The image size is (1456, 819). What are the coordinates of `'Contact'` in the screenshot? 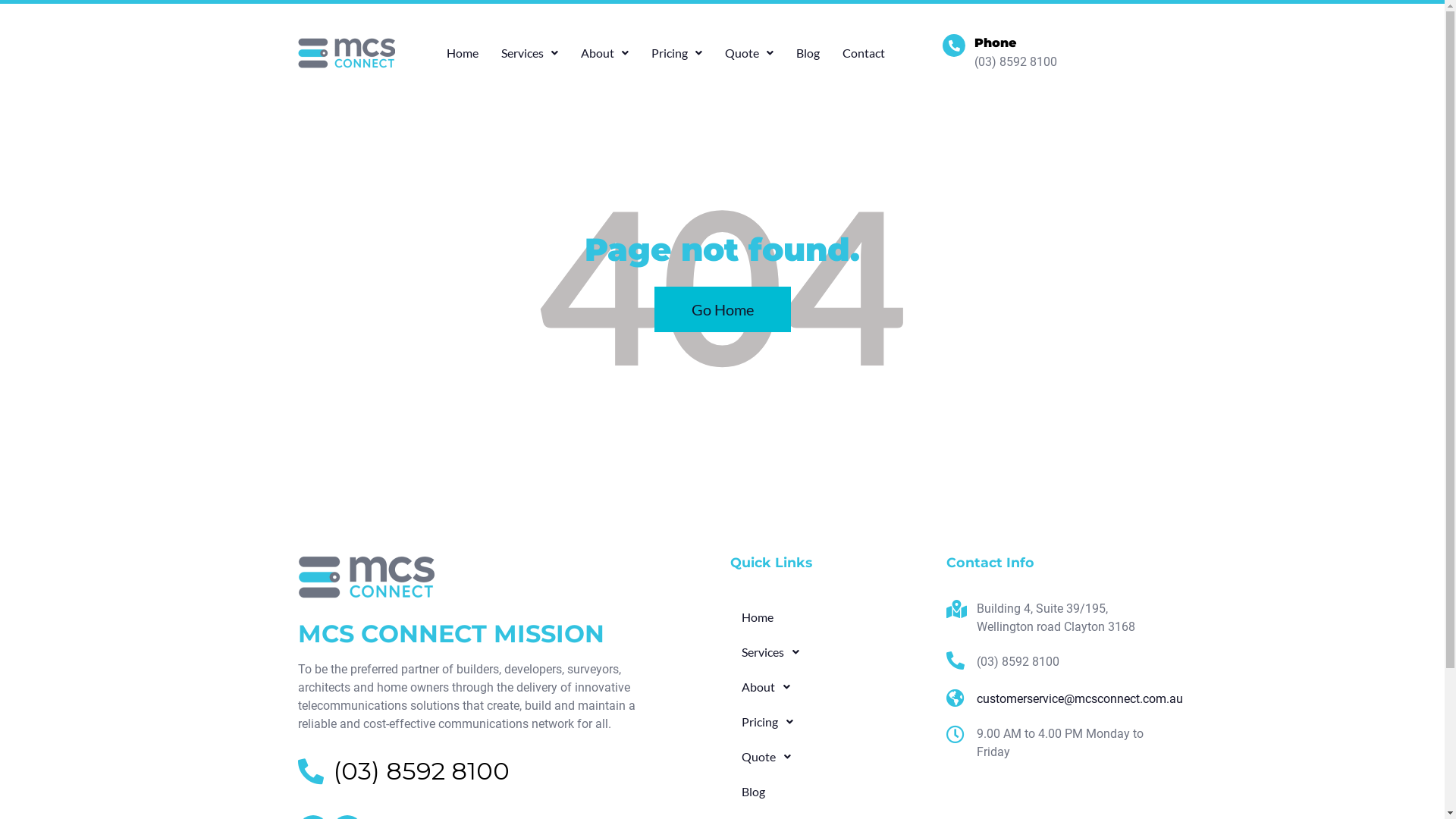 It's located at (863, 52).